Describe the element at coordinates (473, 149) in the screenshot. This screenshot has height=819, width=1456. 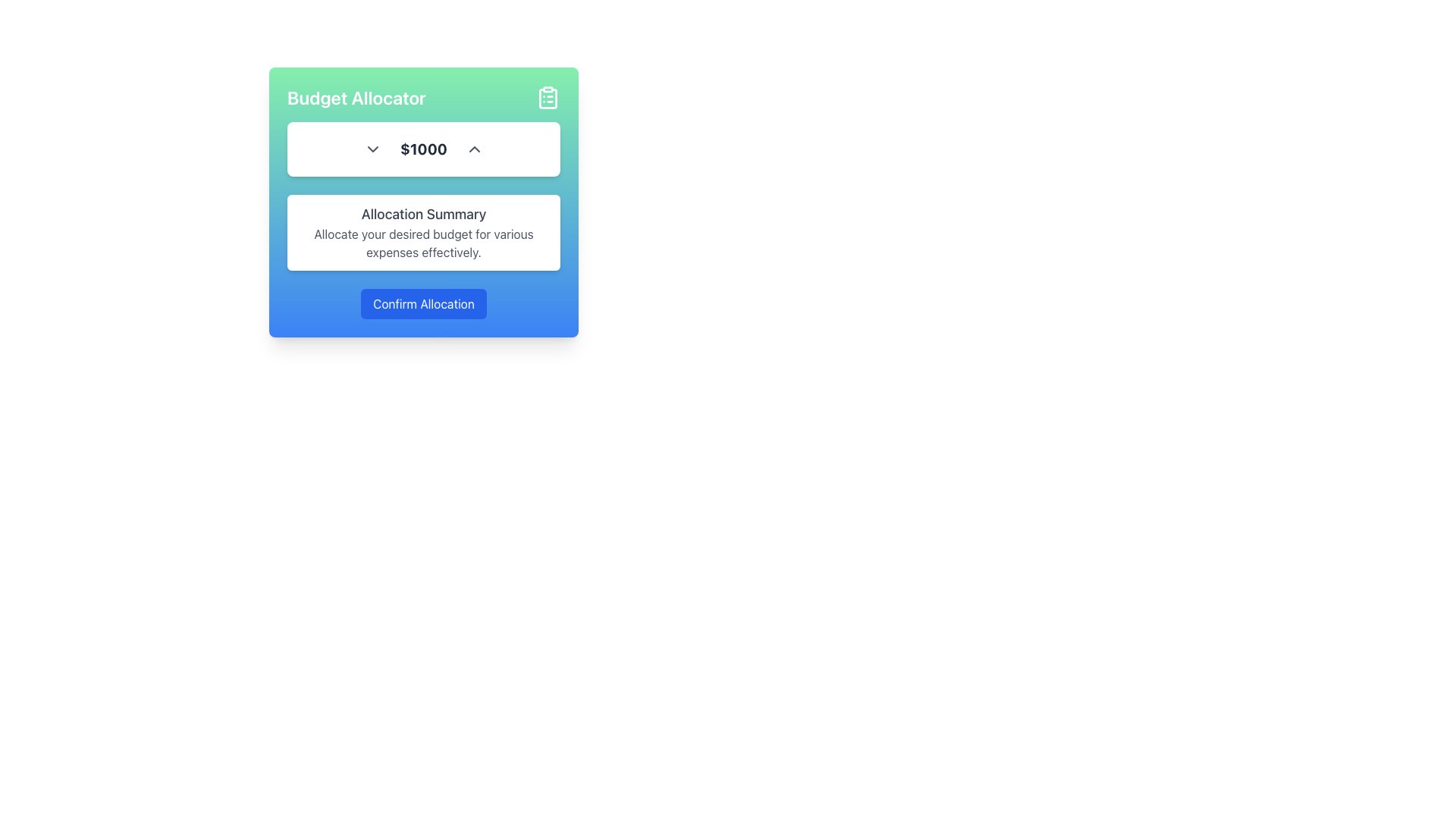
I see `the Chevron icon button located above the amount displayed ($1000)` at that location.